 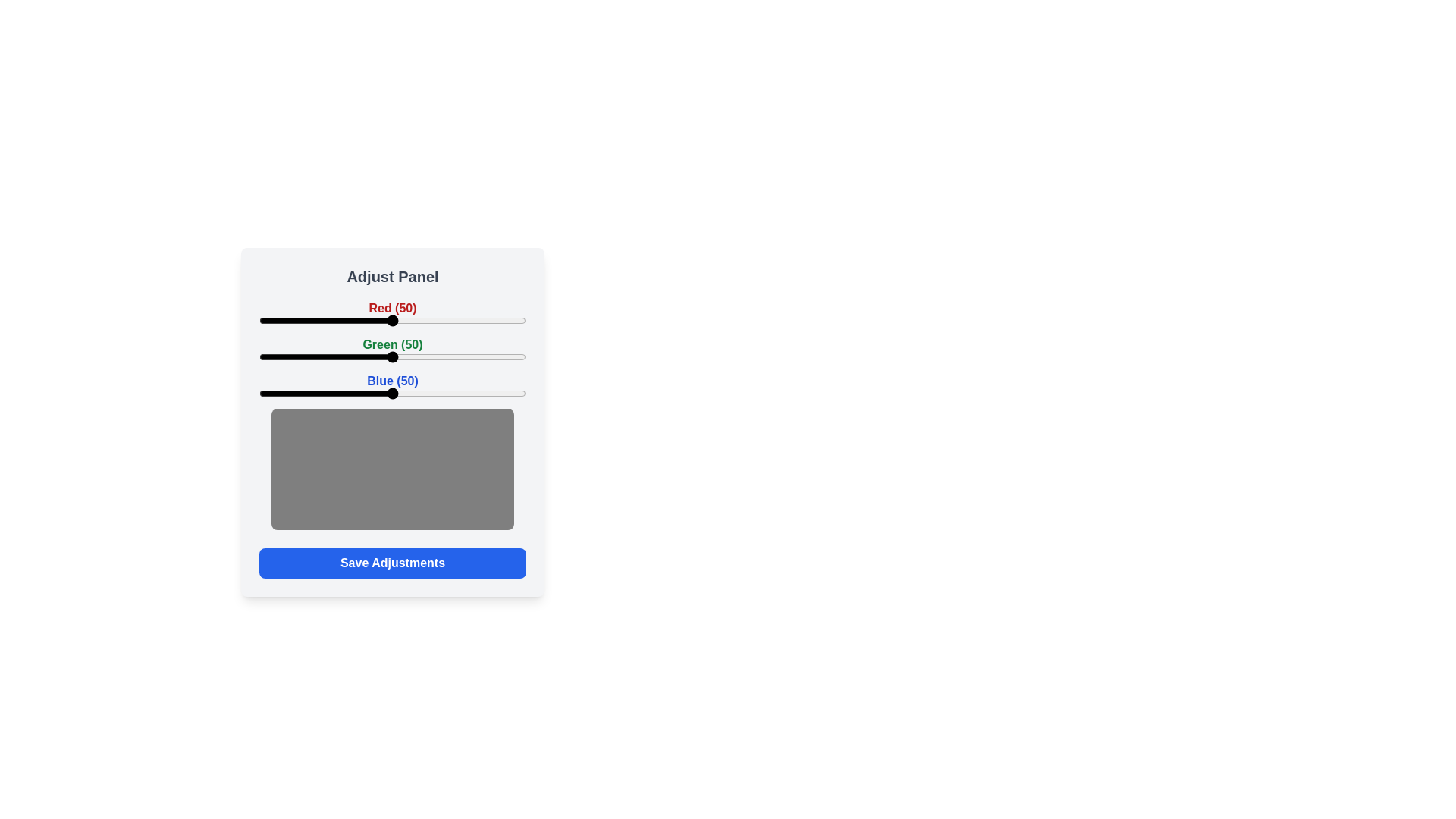 I want to click on the blue slider to 81 percent, so click(x=475, y=393).